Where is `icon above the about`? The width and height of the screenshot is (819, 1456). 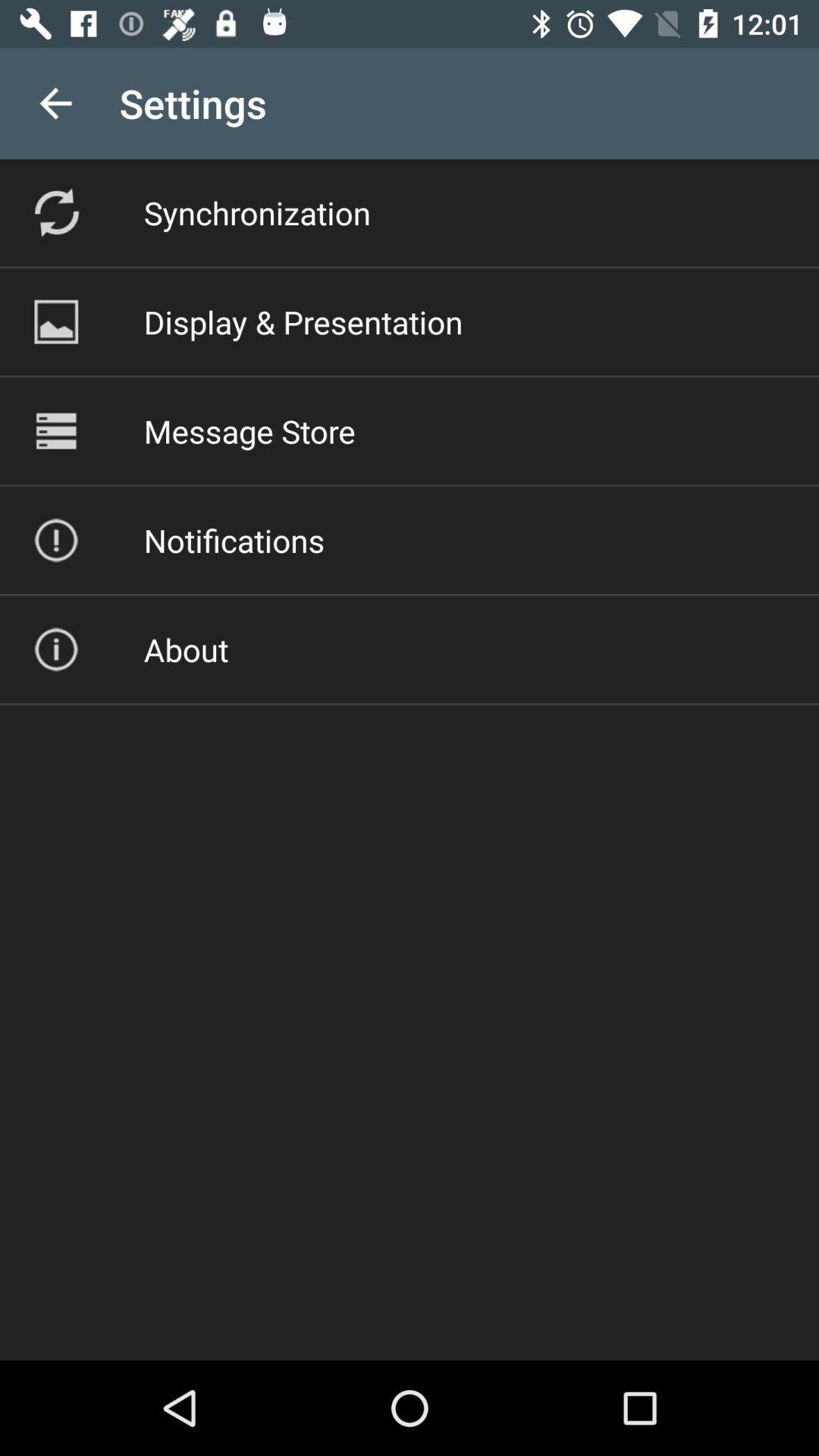 icon above the about is located at coordinates (234, 540).